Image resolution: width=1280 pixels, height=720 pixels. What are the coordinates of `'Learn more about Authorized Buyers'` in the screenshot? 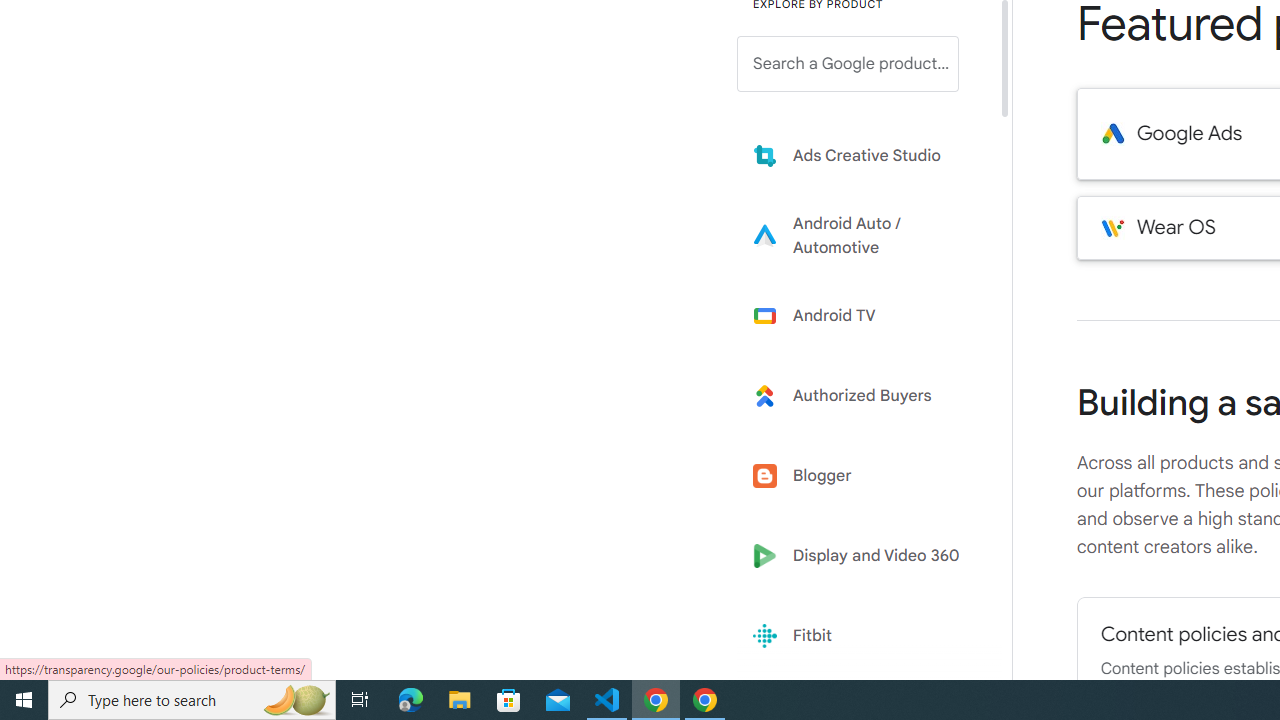 It's located at (862, 396).